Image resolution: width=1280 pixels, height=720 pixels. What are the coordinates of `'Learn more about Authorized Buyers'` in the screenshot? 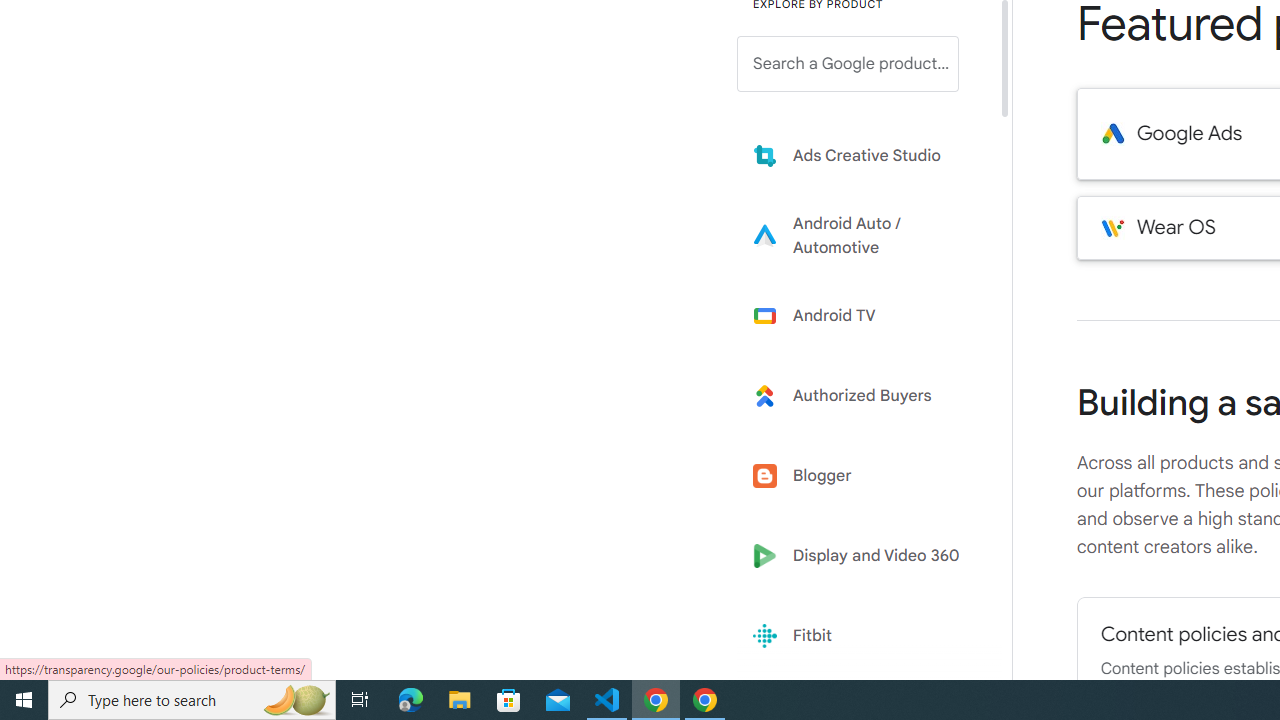 It's located at (862, 396).